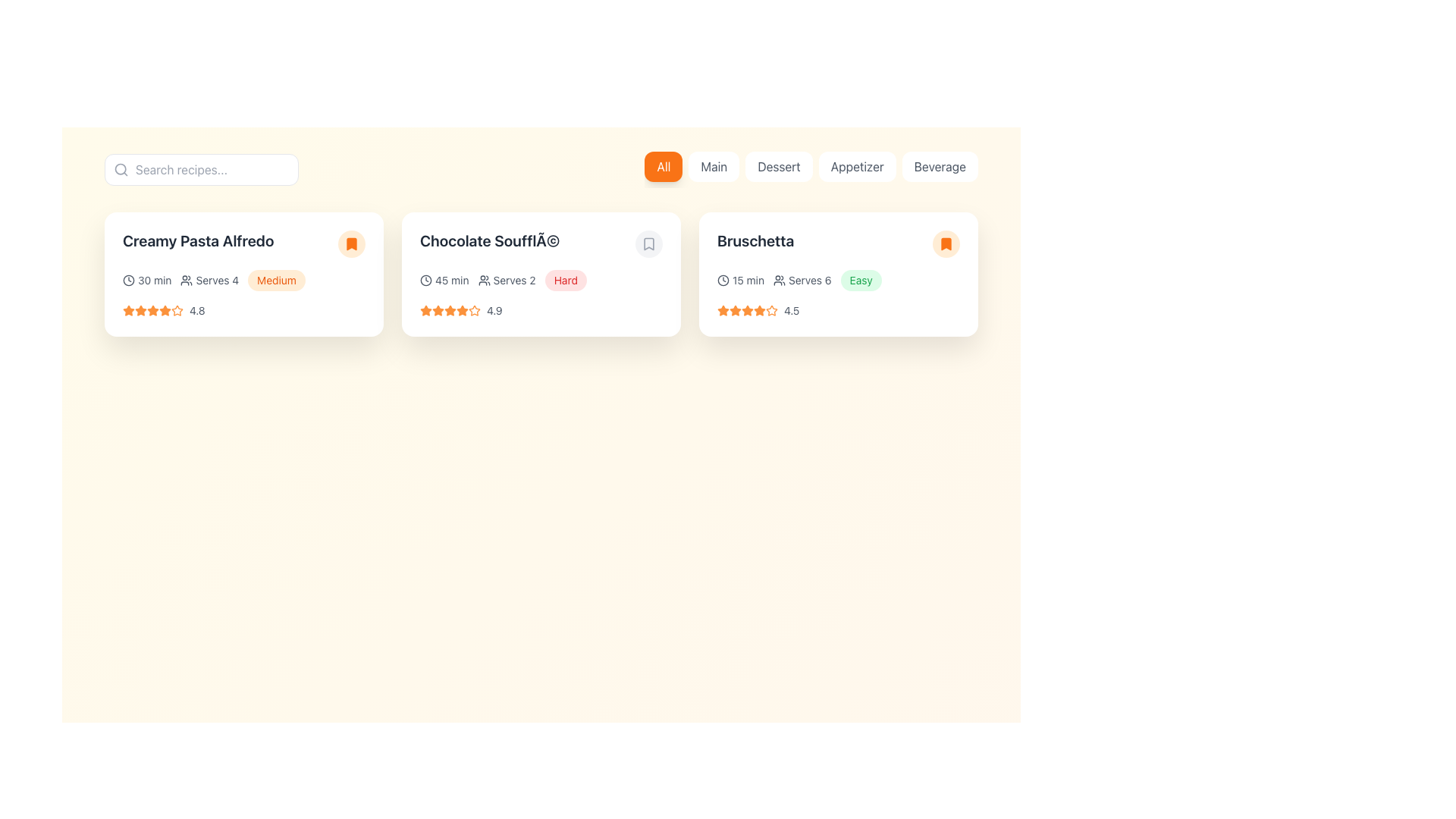 This screenshot has width=1456, height=819. Describe the element at coordinates (939, 166) in the screenshot. I see `the 'Beverage' filter button in the top-right horizontal menu bar` at that location.